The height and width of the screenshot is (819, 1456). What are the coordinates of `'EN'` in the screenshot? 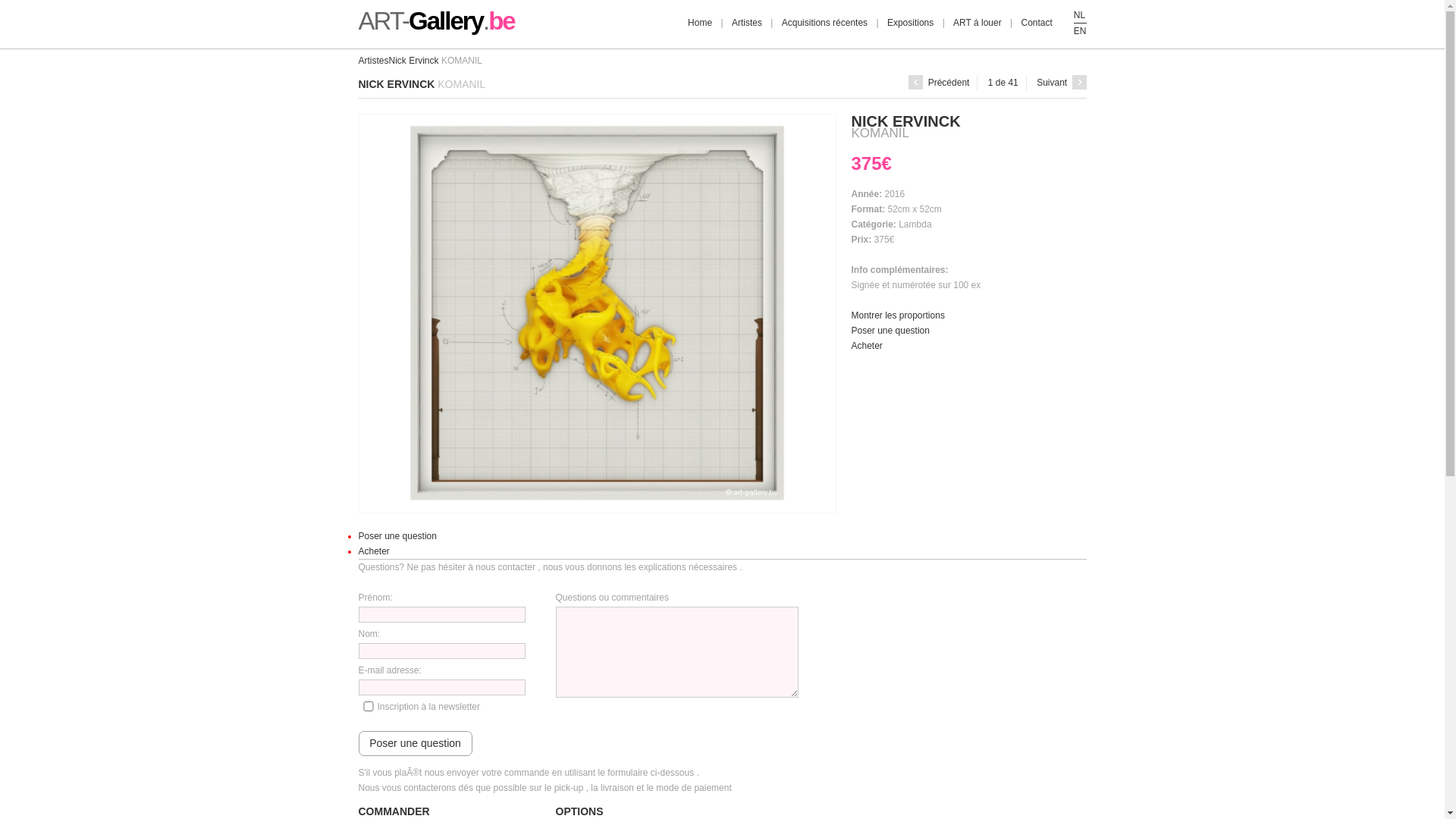 It's located at (1079, 31).